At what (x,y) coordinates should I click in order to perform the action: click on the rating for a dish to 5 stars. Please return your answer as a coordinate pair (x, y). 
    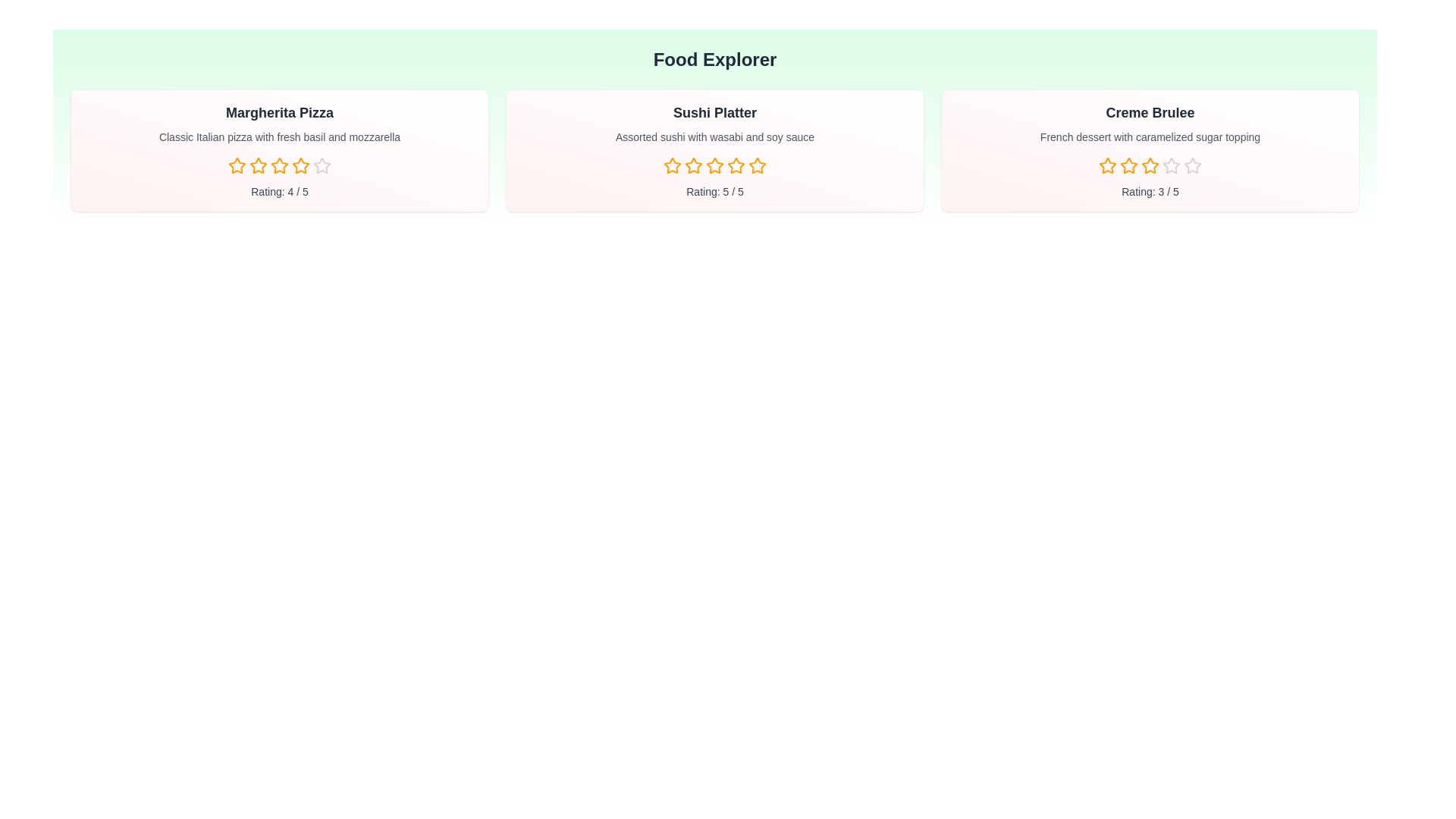
    Looking at the image, I should click on (322, 166).